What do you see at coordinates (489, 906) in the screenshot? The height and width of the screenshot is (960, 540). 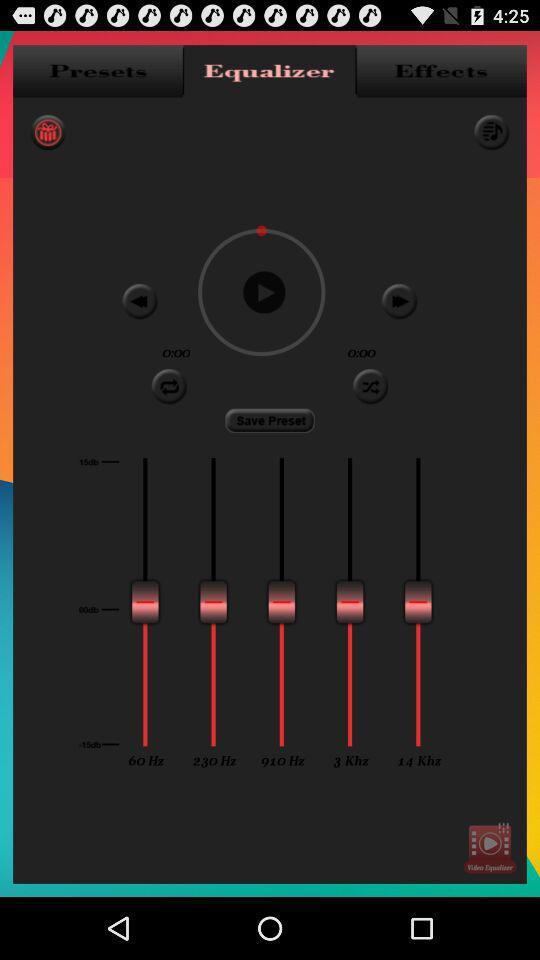 I see `the play icon` at bounding box center [489, 906].